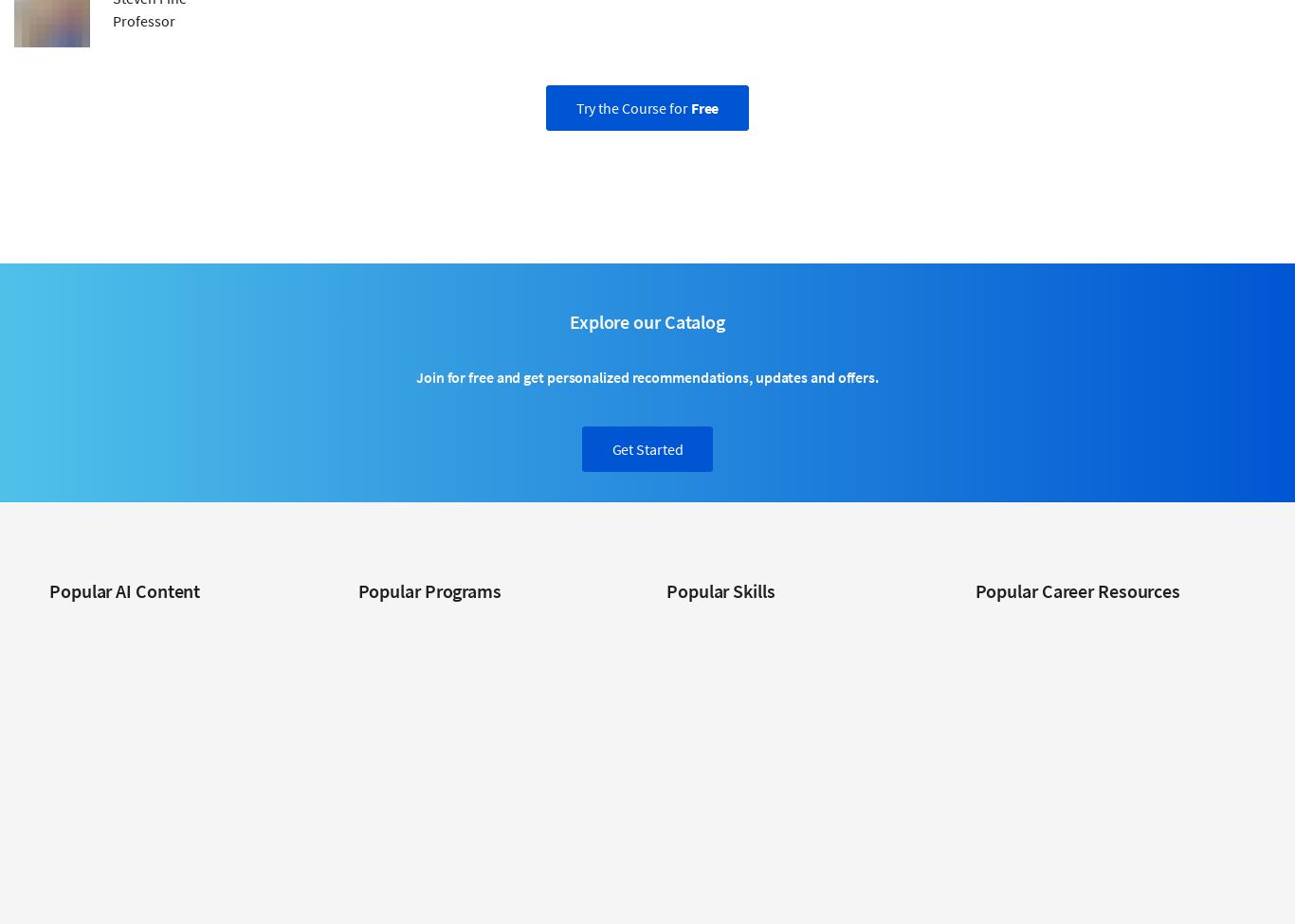 This screenshot has width=1295, height=924. What do you see at coordinates (432, 889) in the screenshot?
I see `'Google SEO Fundamentals'` at bounding box center [432, 889].